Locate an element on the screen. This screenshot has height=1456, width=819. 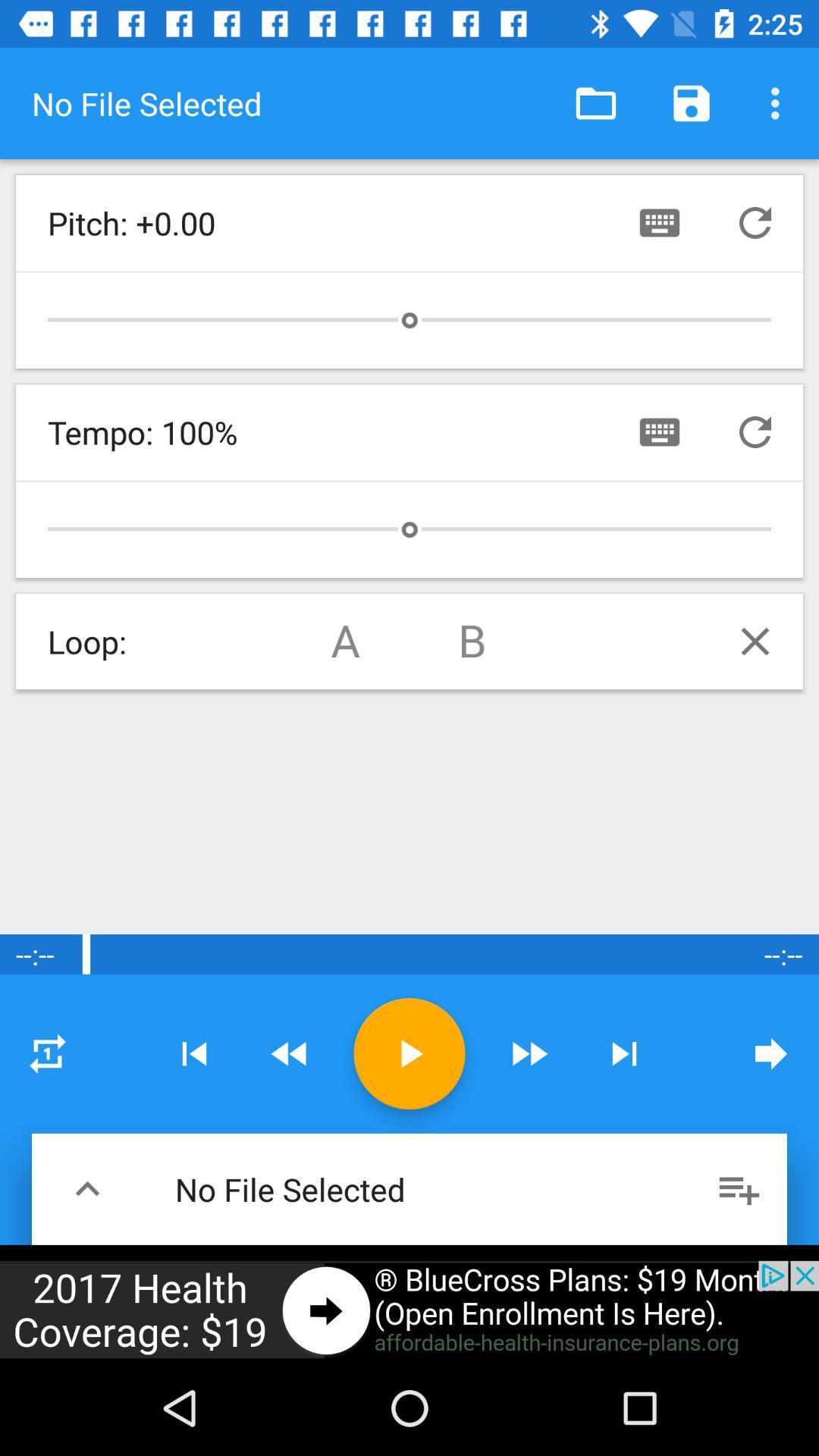
the av_forward icon is located at coordinates (528, 1053).